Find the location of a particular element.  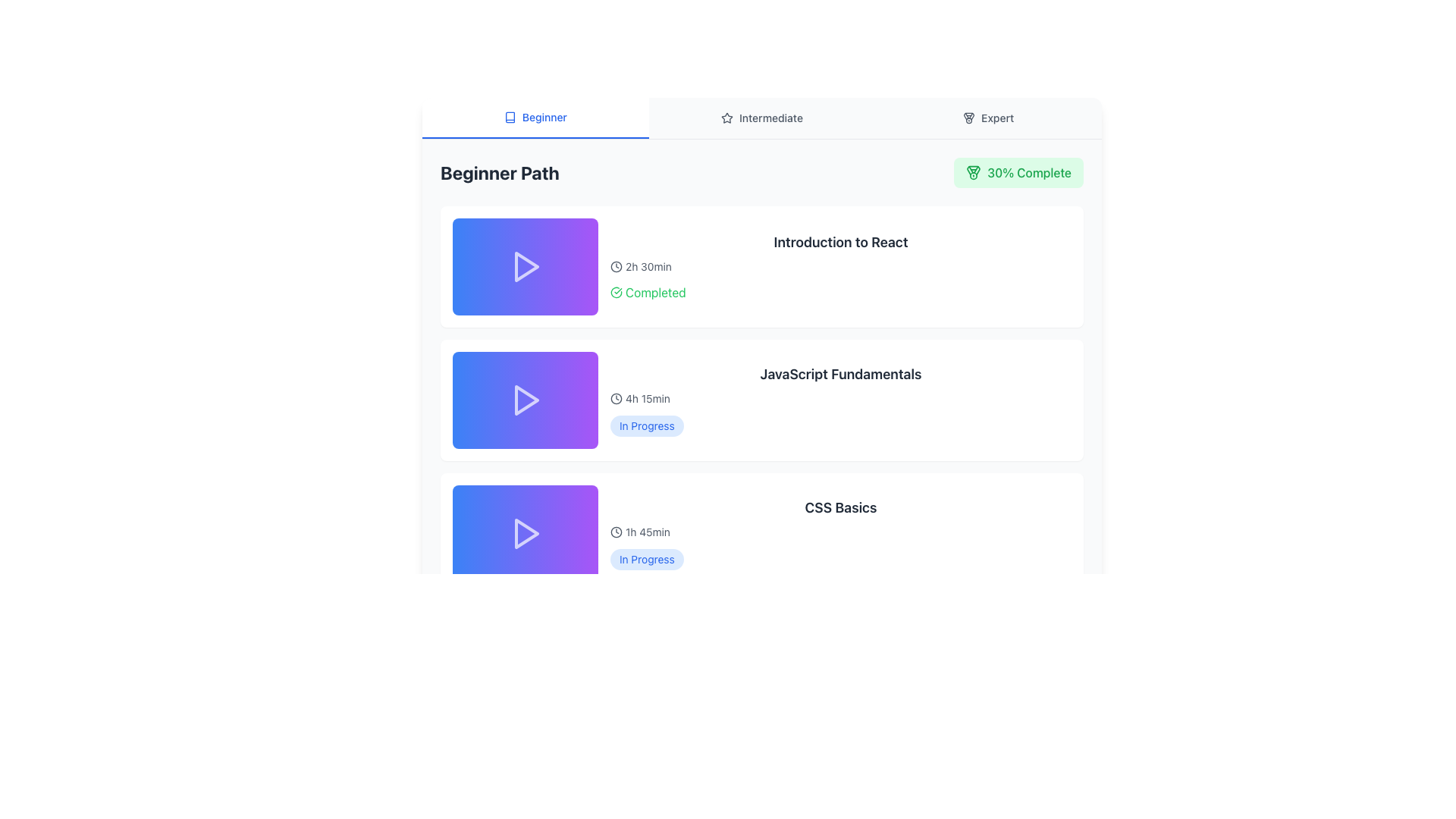

the 'Intermediate' section of the navigation menu is located at coordinates (761, 117).